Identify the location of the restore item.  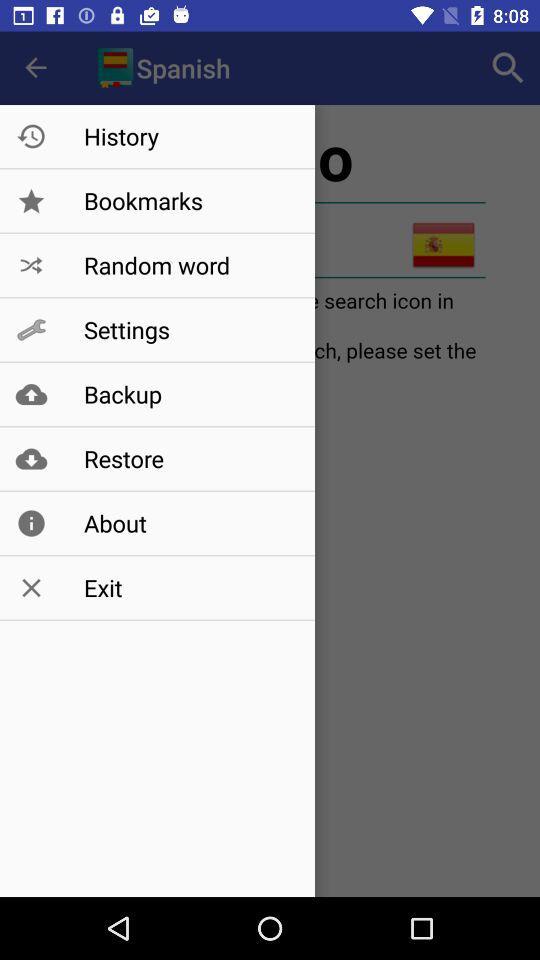
(189, 458).